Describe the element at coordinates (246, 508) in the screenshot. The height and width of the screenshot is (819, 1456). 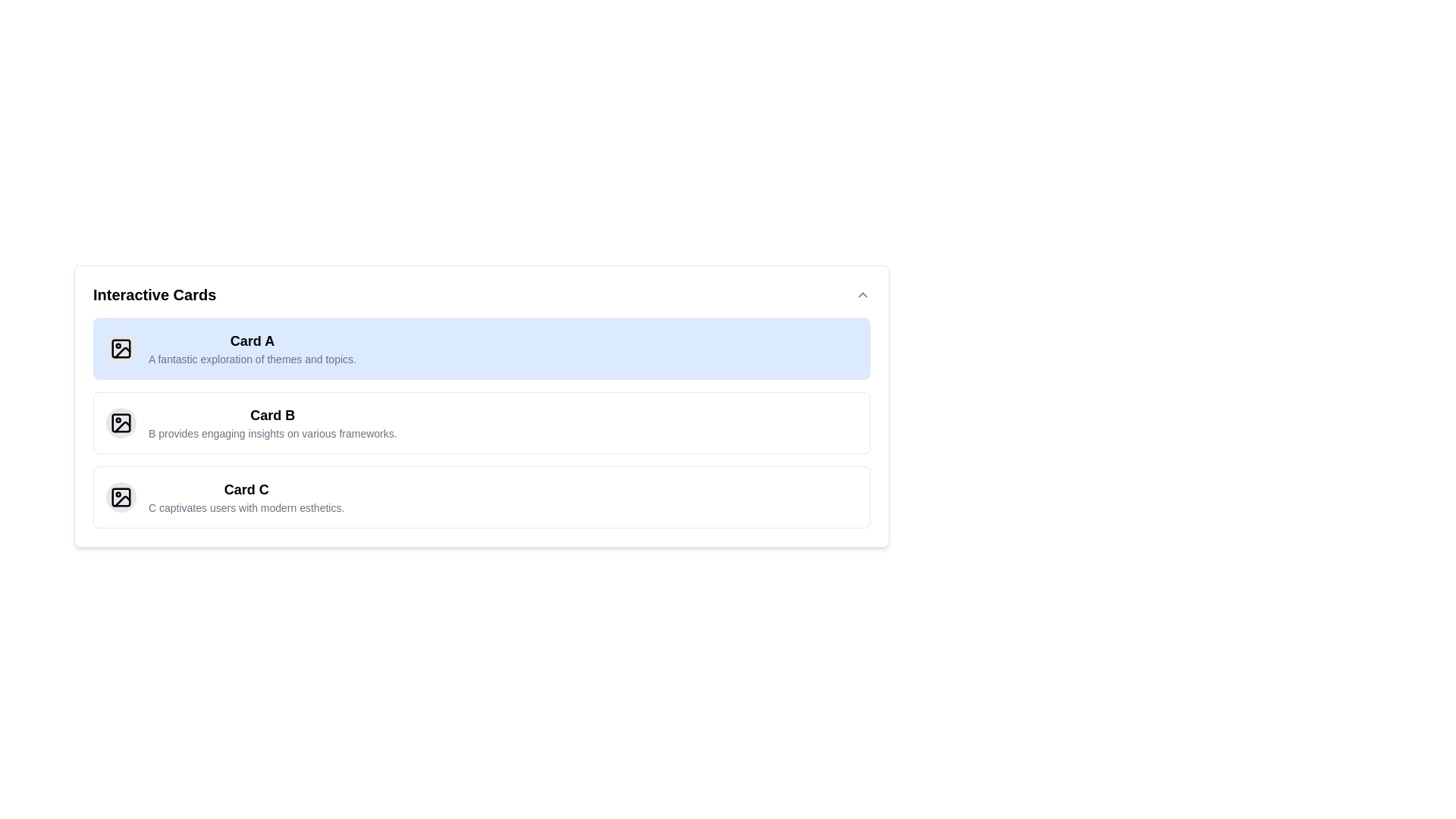
I see `the static text that reads 'C captivates users with modern esthetics.' located beneath the heading 'Card C' in the third card of the card group` at that location.